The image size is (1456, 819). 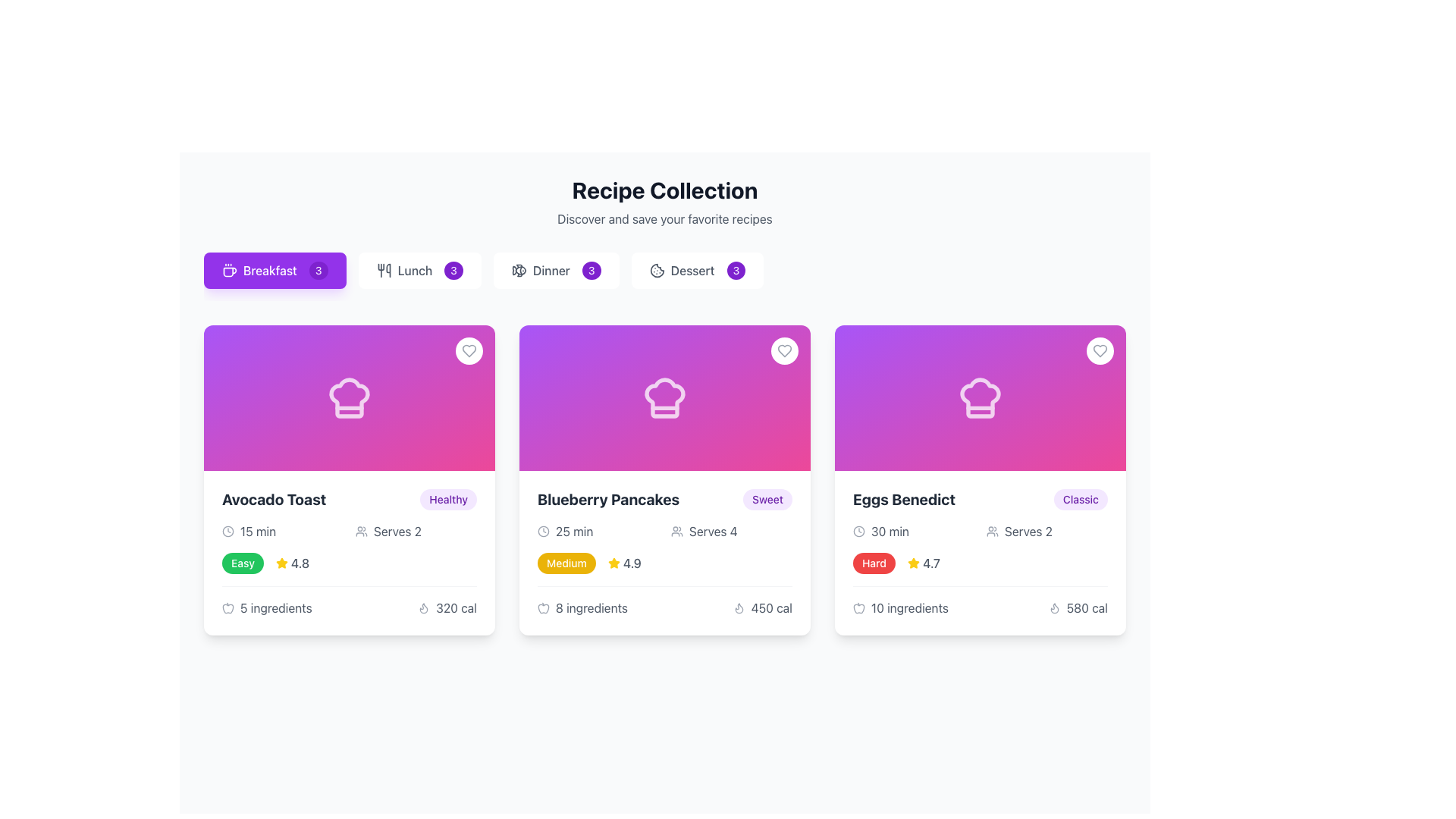 What do you see at coordinates (447, 500) in the screenshot?
I see `the pill-shaped label displaying 'Healthy' in bold sans-serif font, located at the top-right corner of the 'Avocado Toast' card` at bounding box center [447, 500].